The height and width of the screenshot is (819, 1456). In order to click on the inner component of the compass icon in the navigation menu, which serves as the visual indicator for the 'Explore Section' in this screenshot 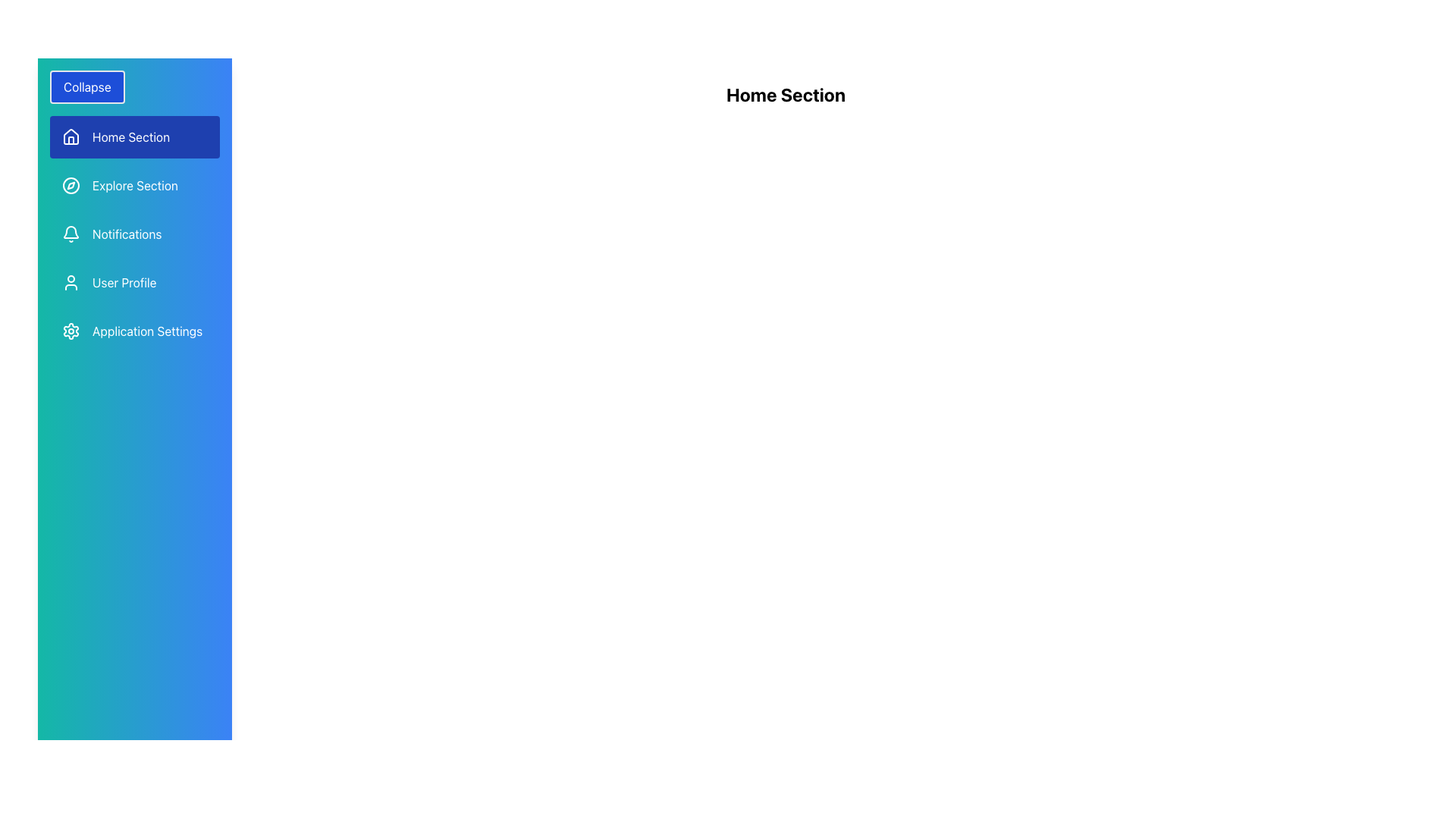, I will do `click(71, 185)`.